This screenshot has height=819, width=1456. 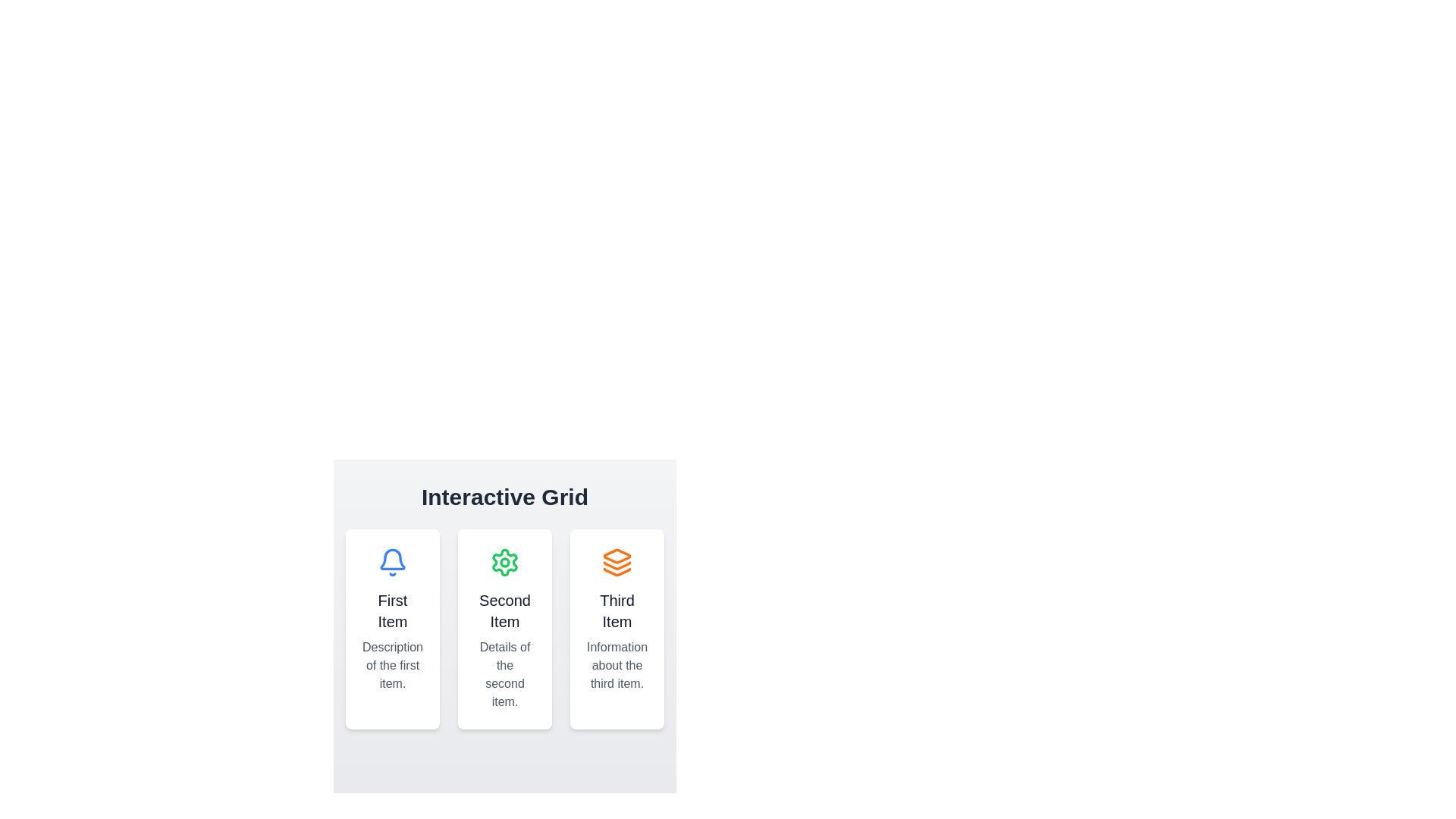 What do you see at coordinates (505, 562) in the screenshot?
I see `the green cogwheel icon located at the center-top of the card labeled 'Second Item'` at bounding box center [505, 562].